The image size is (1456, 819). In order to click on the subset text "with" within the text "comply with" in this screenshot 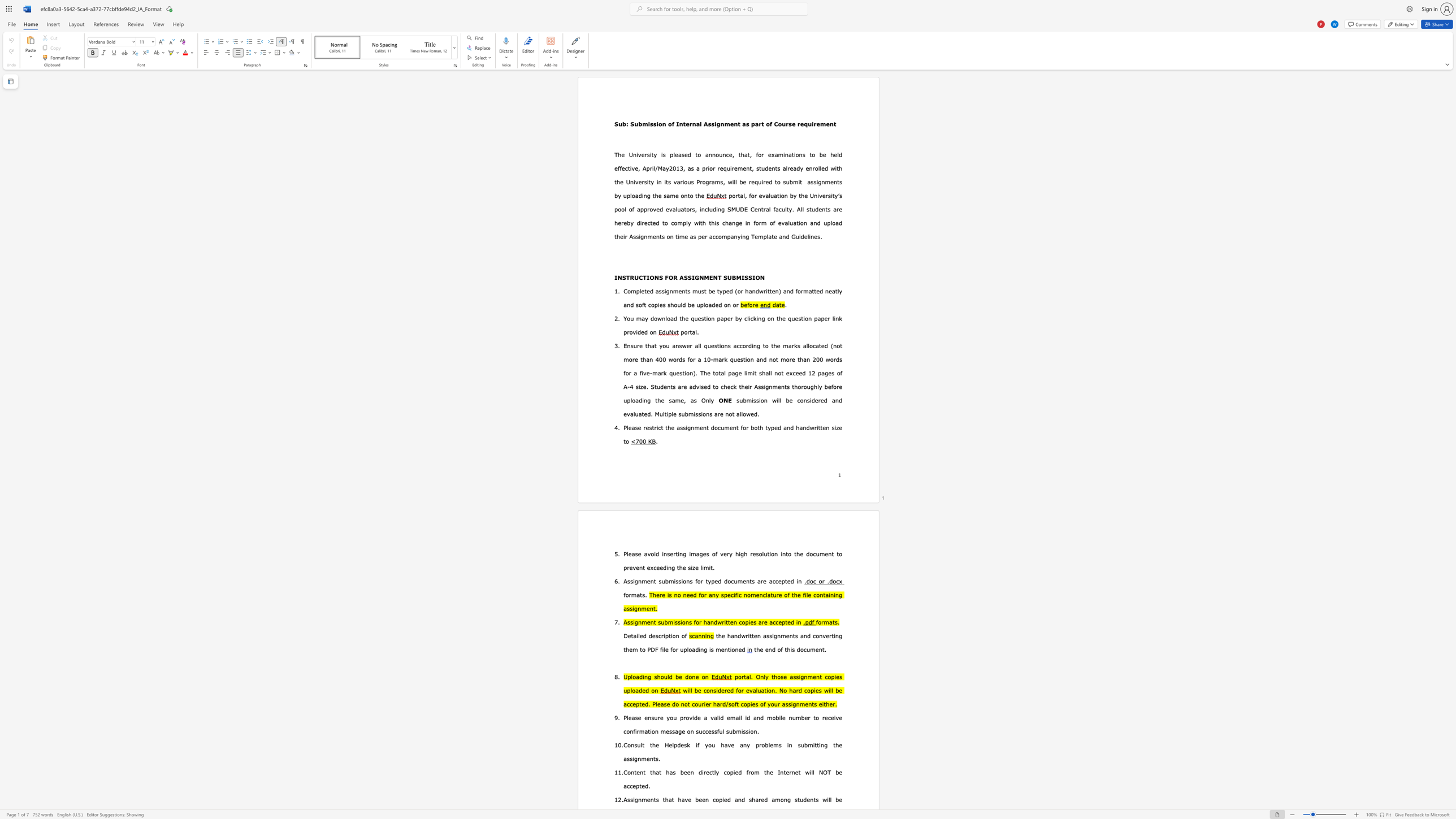, I will do `click(694, 223)`.